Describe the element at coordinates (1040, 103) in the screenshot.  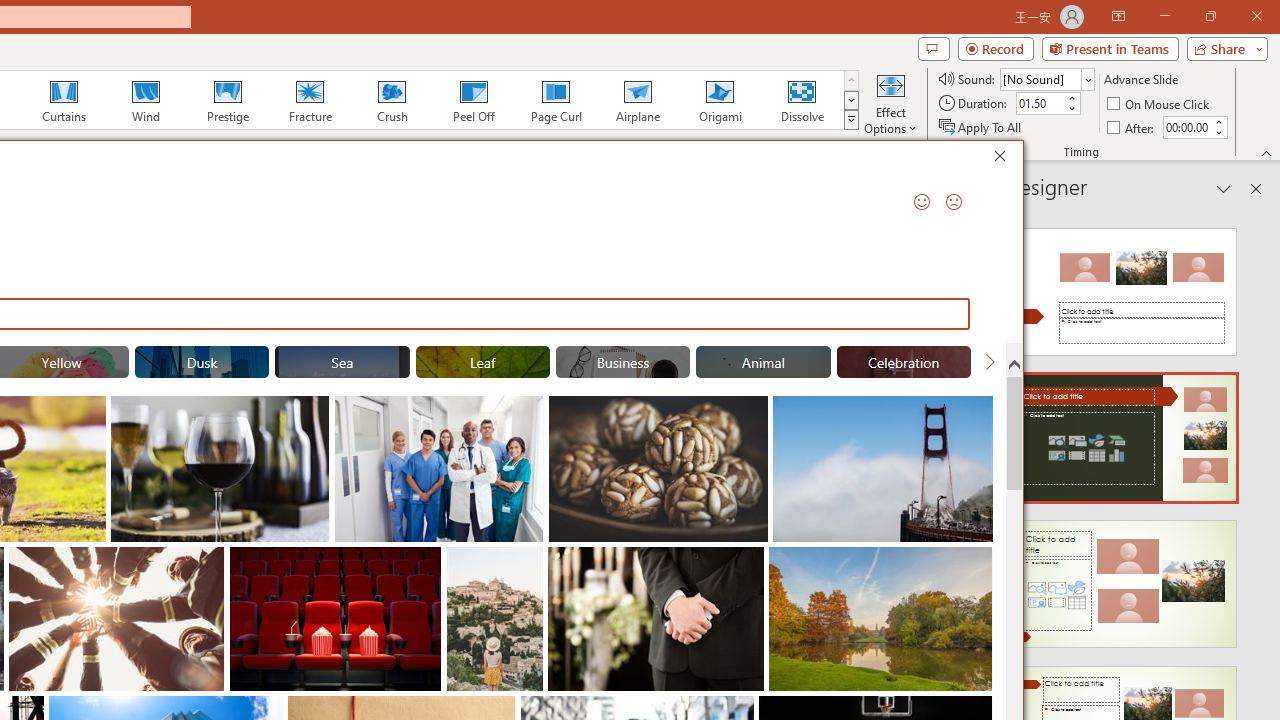
I see `'Duration'` at that location.